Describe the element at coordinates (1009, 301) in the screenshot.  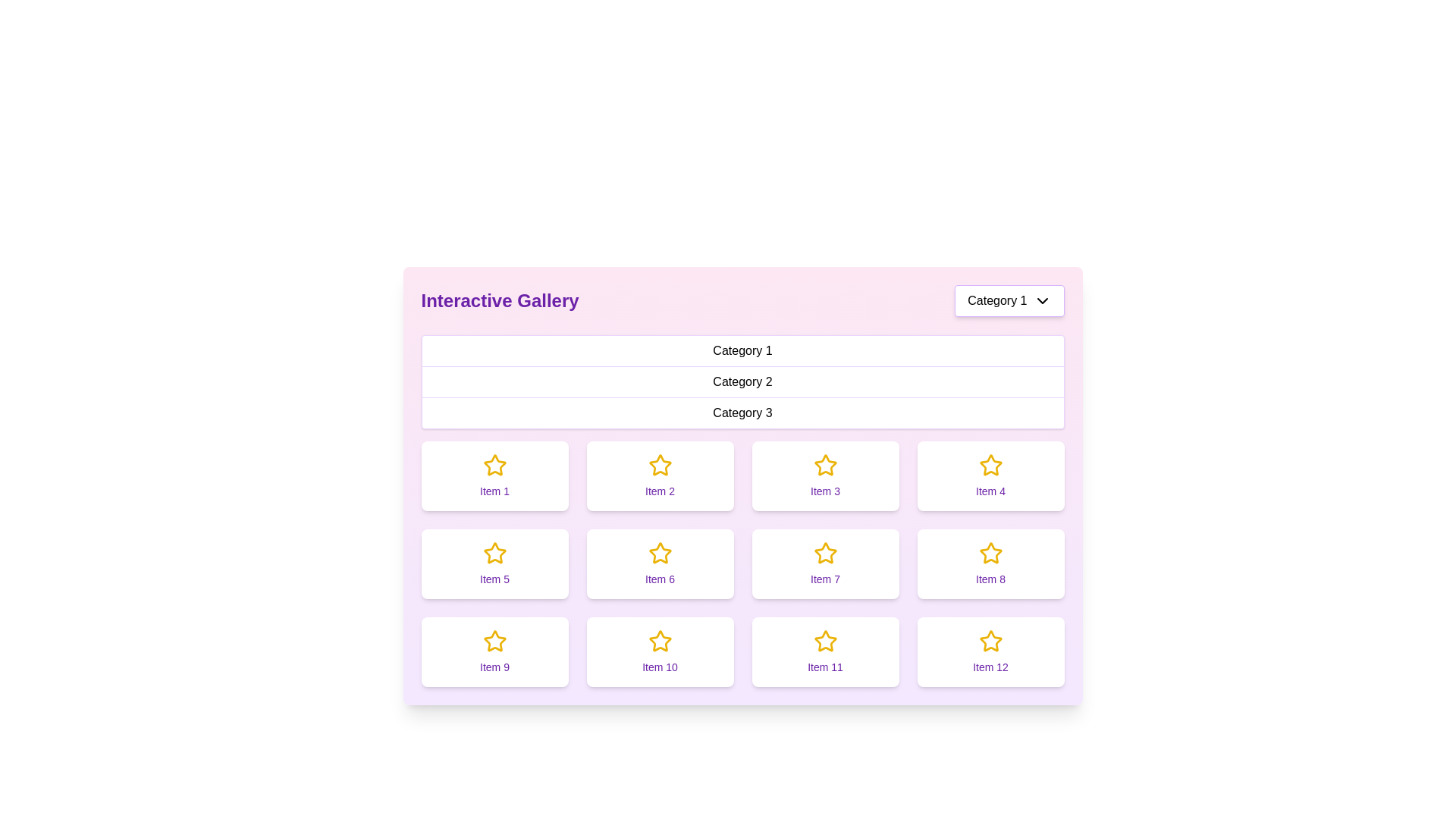
I see `the Dropdown menu toggle button labeled 'Category 1'` at that location.